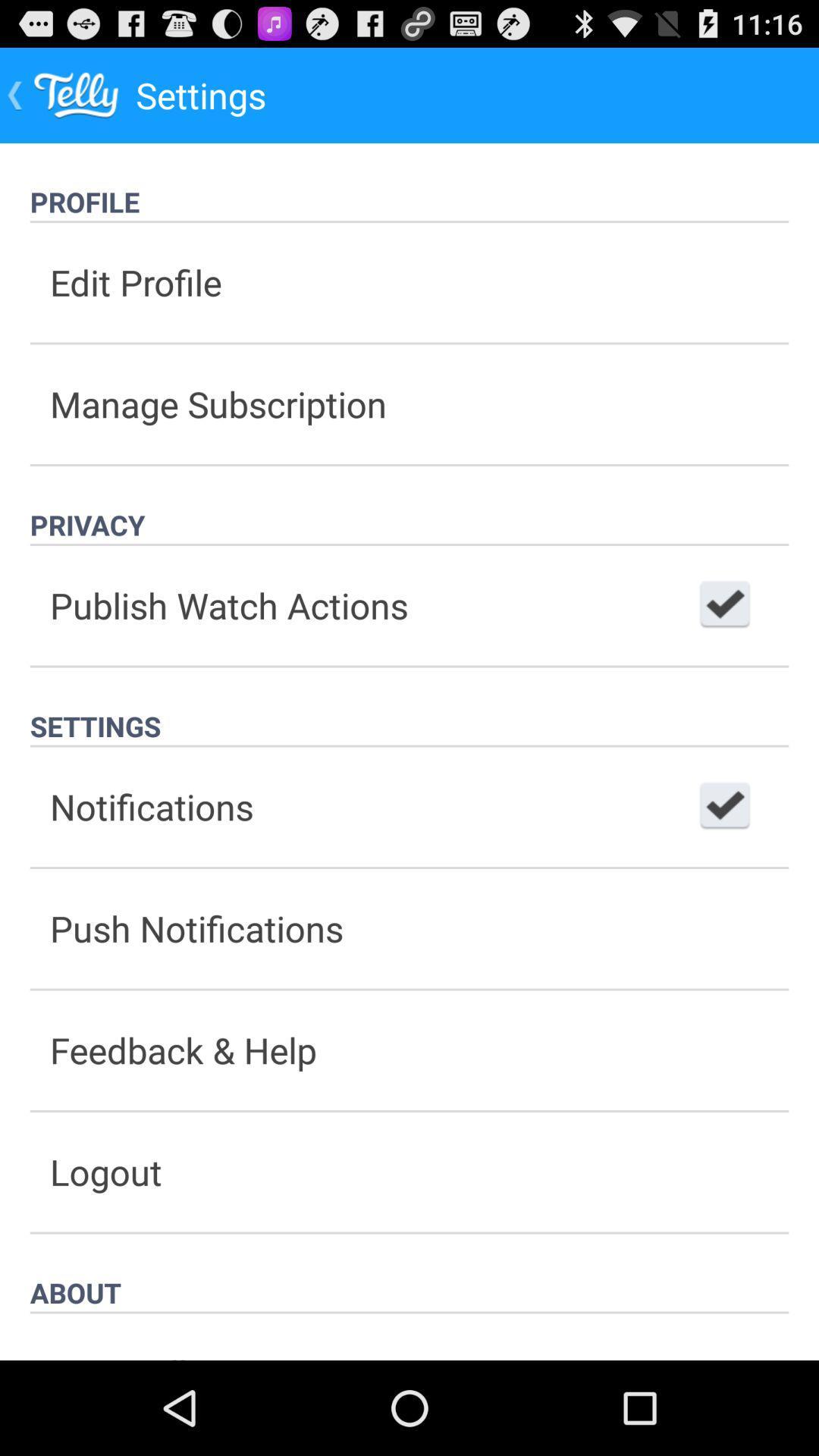  What do you see at coordinates (409, 404) in the screenshot?
I see `the button below the edit profile icon` at bounding box center [409, 404].